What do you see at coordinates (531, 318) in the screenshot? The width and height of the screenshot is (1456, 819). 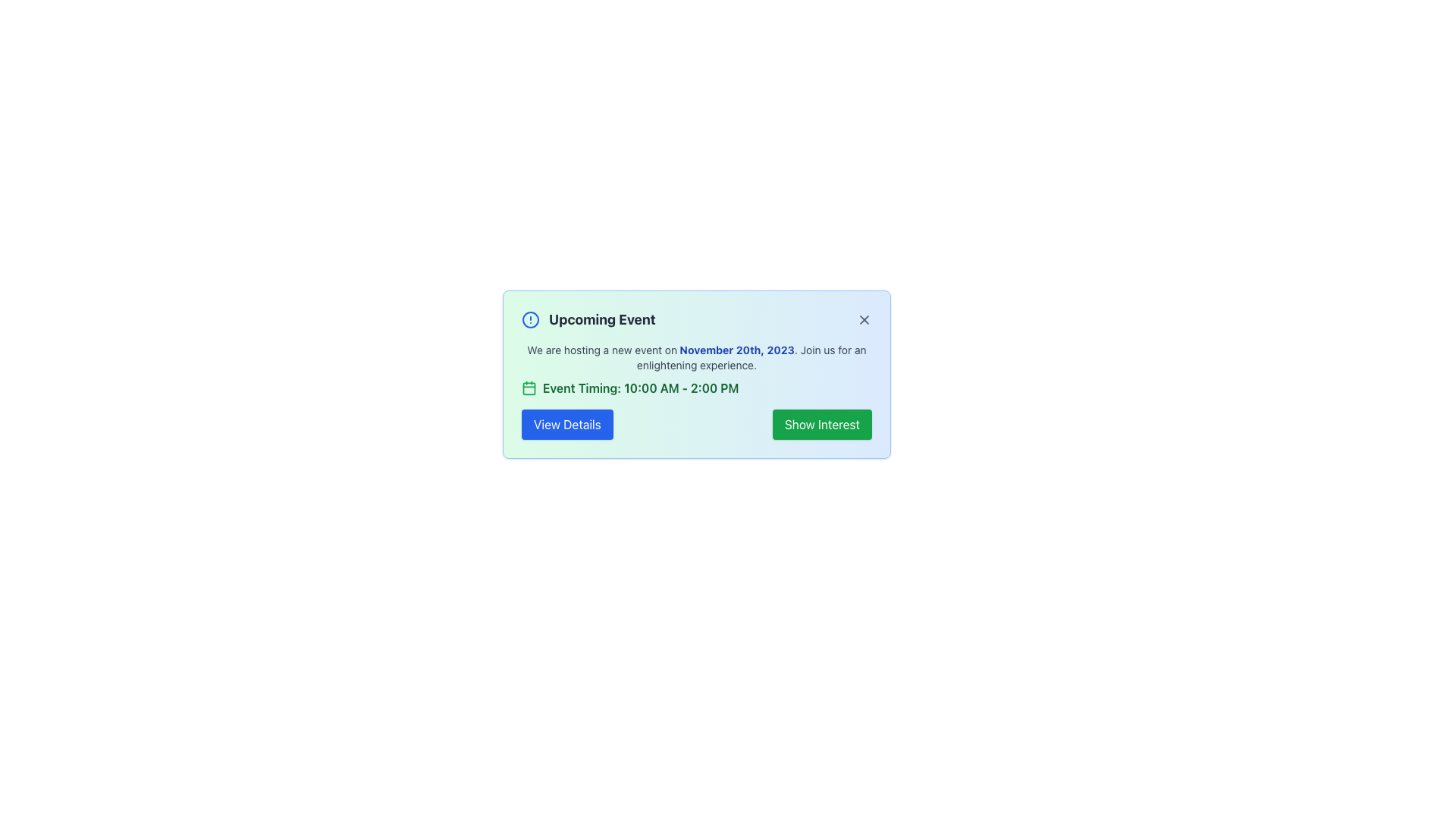 I see `the circular graphical component of the SVG alert icon located to the left of the 'Upcoming Event' text header within a card` at bounding box center [531, 318].